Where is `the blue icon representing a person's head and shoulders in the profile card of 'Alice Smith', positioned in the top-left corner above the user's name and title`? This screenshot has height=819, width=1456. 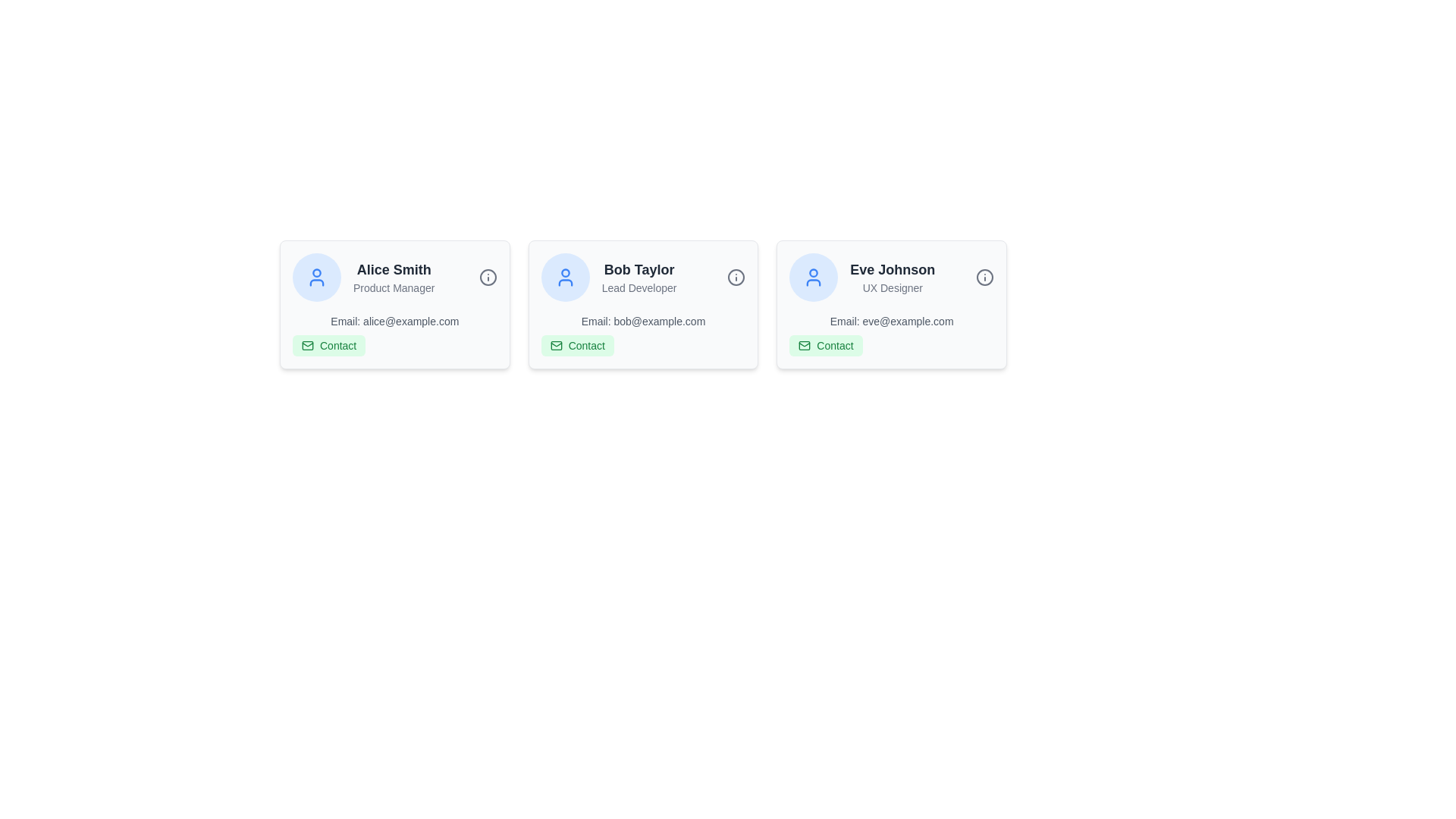
the blue icon representing a person's head and shoulders in the profile card of 'Alice Smith', positioned in the top-left corner above the user's name and title is located at coordinates (315, 283).